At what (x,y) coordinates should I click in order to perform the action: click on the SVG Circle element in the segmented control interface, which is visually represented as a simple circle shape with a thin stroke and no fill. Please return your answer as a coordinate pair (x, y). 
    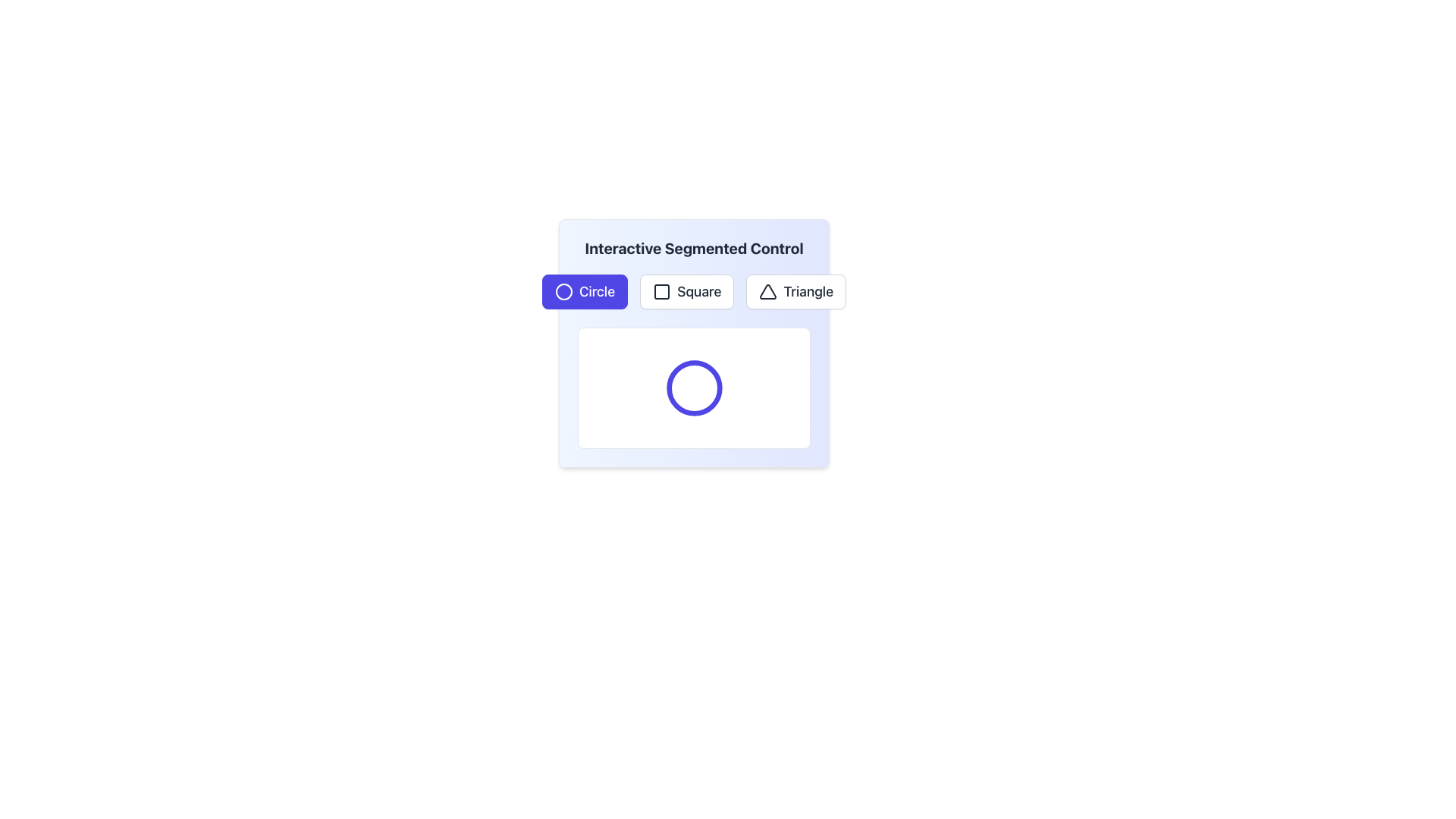
    Looking at the image, I should click on (563, 292).